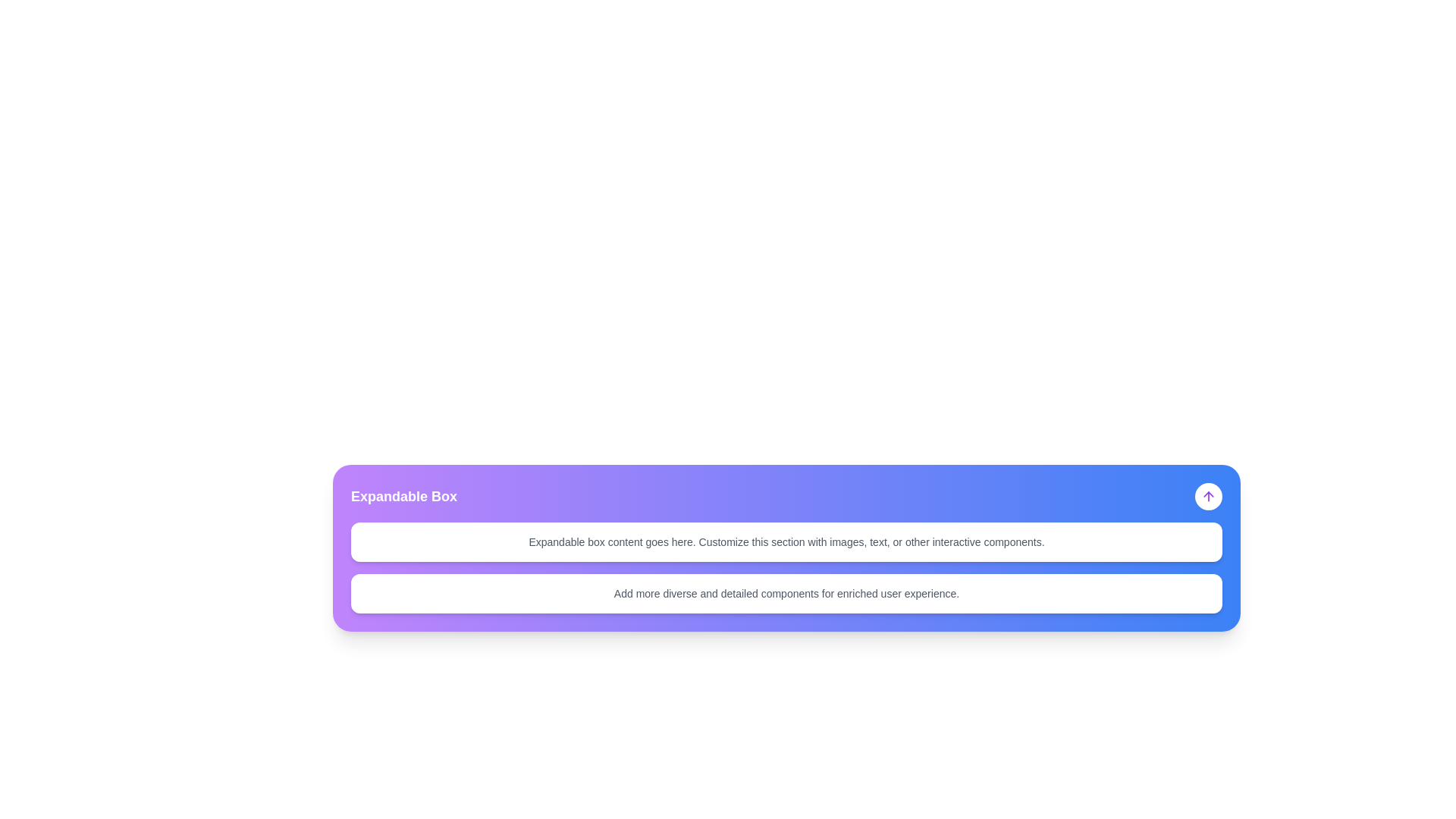  Describe the element at coordinates (1207, 497) in the screenshot. I see `the upward action icon located at the top-right corner of the expandable box, which is represented by a circular button` at that location.